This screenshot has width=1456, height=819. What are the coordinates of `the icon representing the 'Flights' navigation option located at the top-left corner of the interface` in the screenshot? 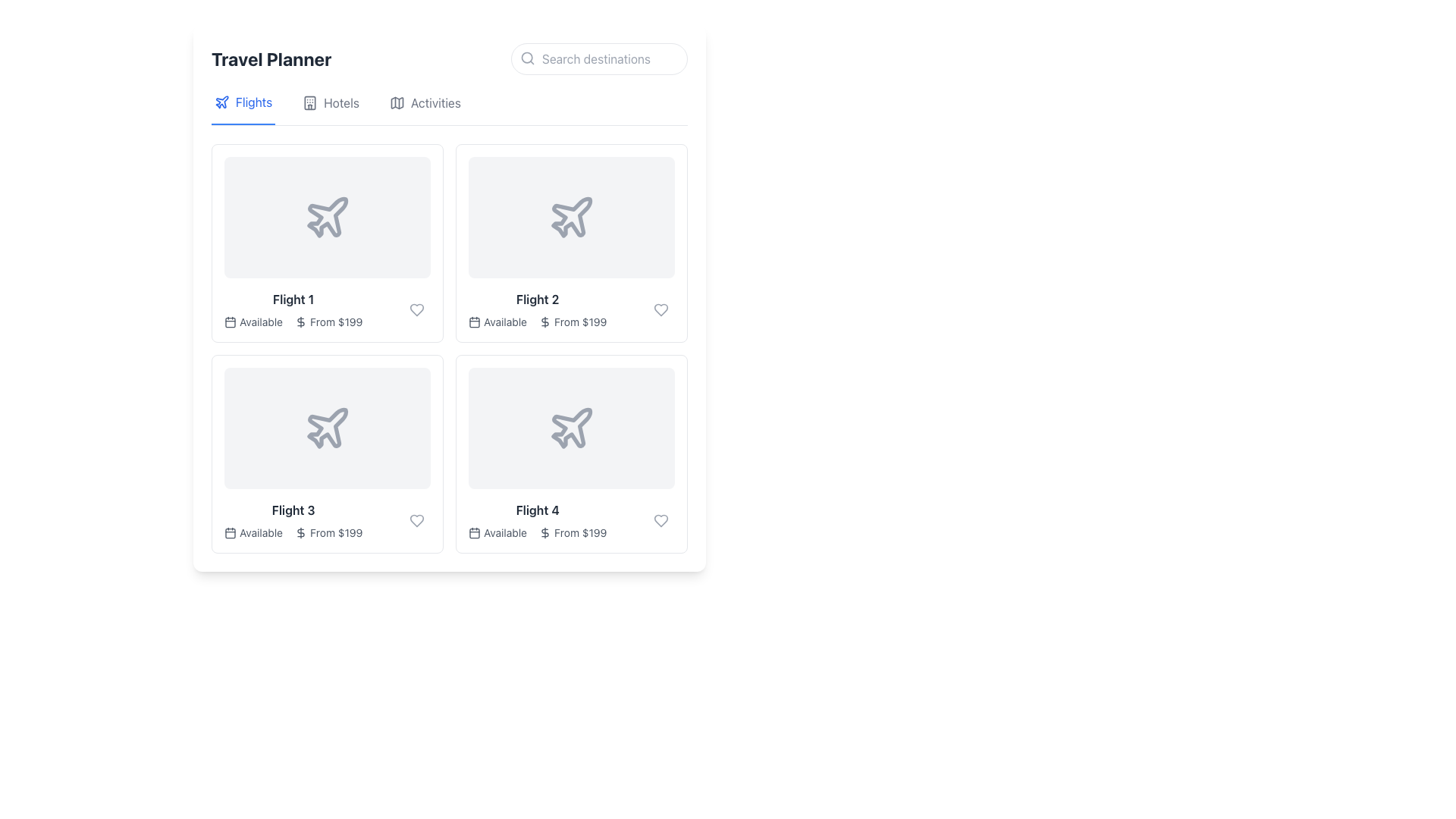 It's located at (221, 102).